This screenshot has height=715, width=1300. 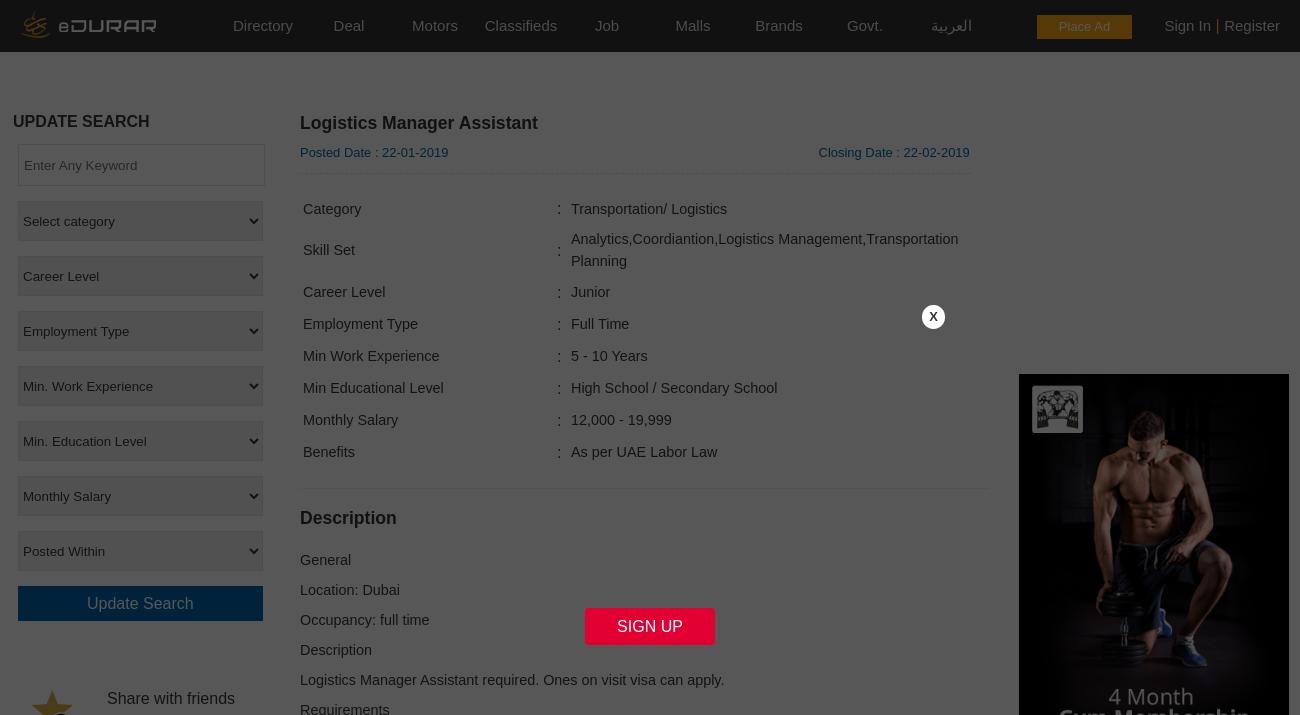 What do you see at coordinates (569, 417) in the screenshot?
I see `'12,000 - 19,999'` at bounding box center [569, 417].